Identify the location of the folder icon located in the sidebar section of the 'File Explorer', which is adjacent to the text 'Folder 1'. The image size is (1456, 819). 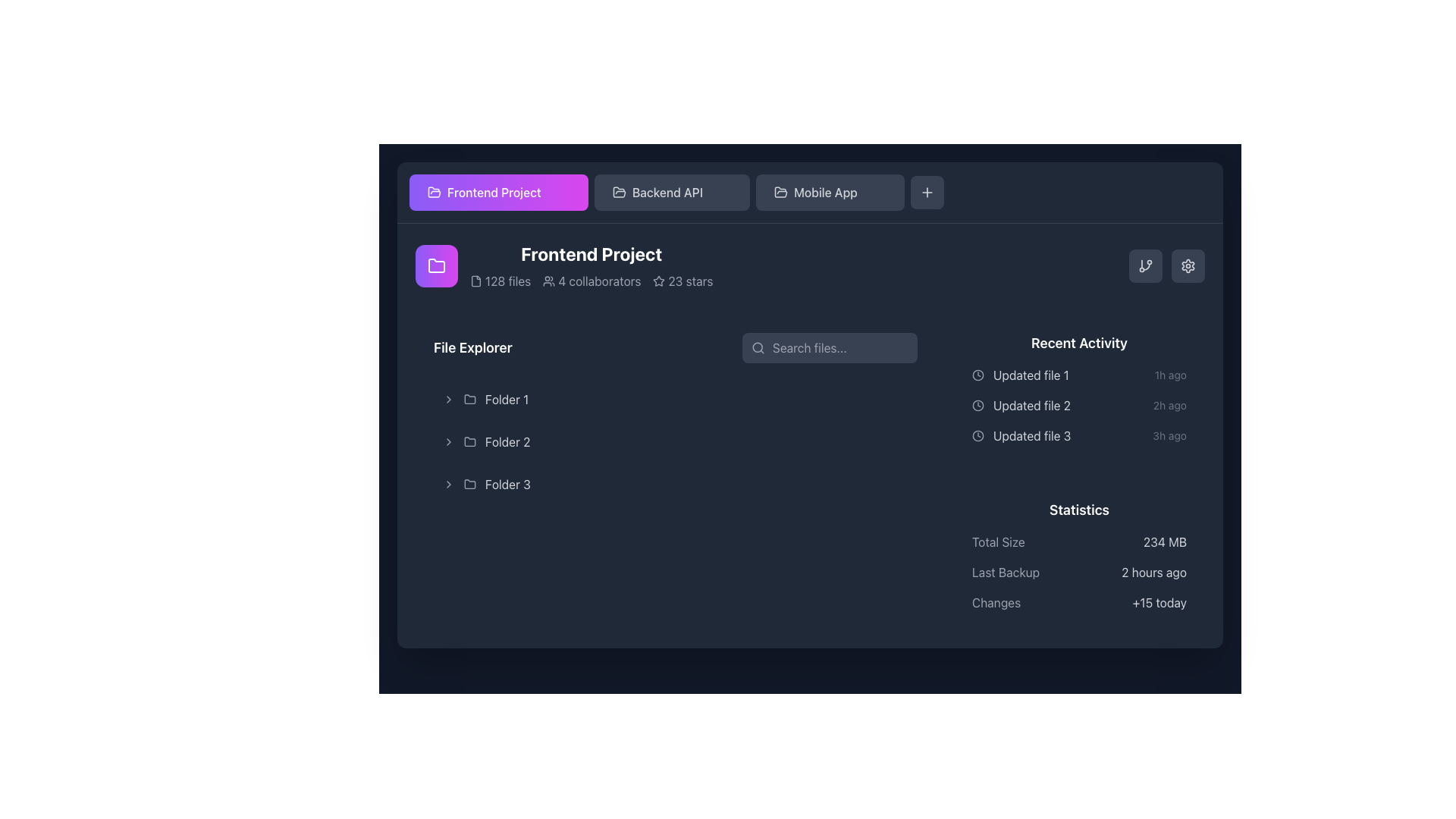
(469, 397).